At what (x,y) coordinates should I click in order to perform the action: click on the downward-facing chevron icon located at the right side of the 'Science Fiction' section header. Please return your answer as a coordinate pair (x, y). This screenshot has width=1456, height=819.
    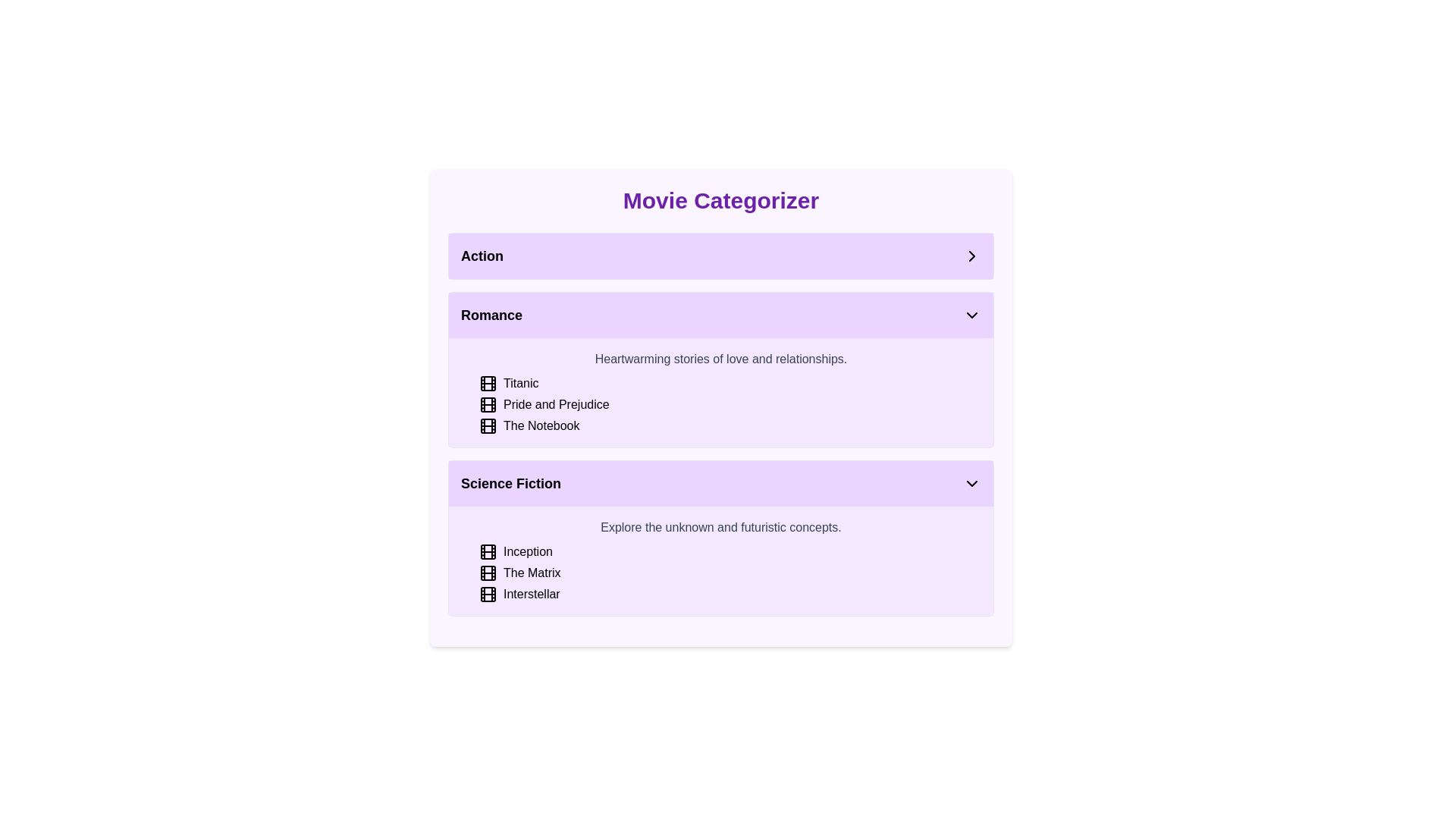
    Looking at the image, I should click on (971, 483).